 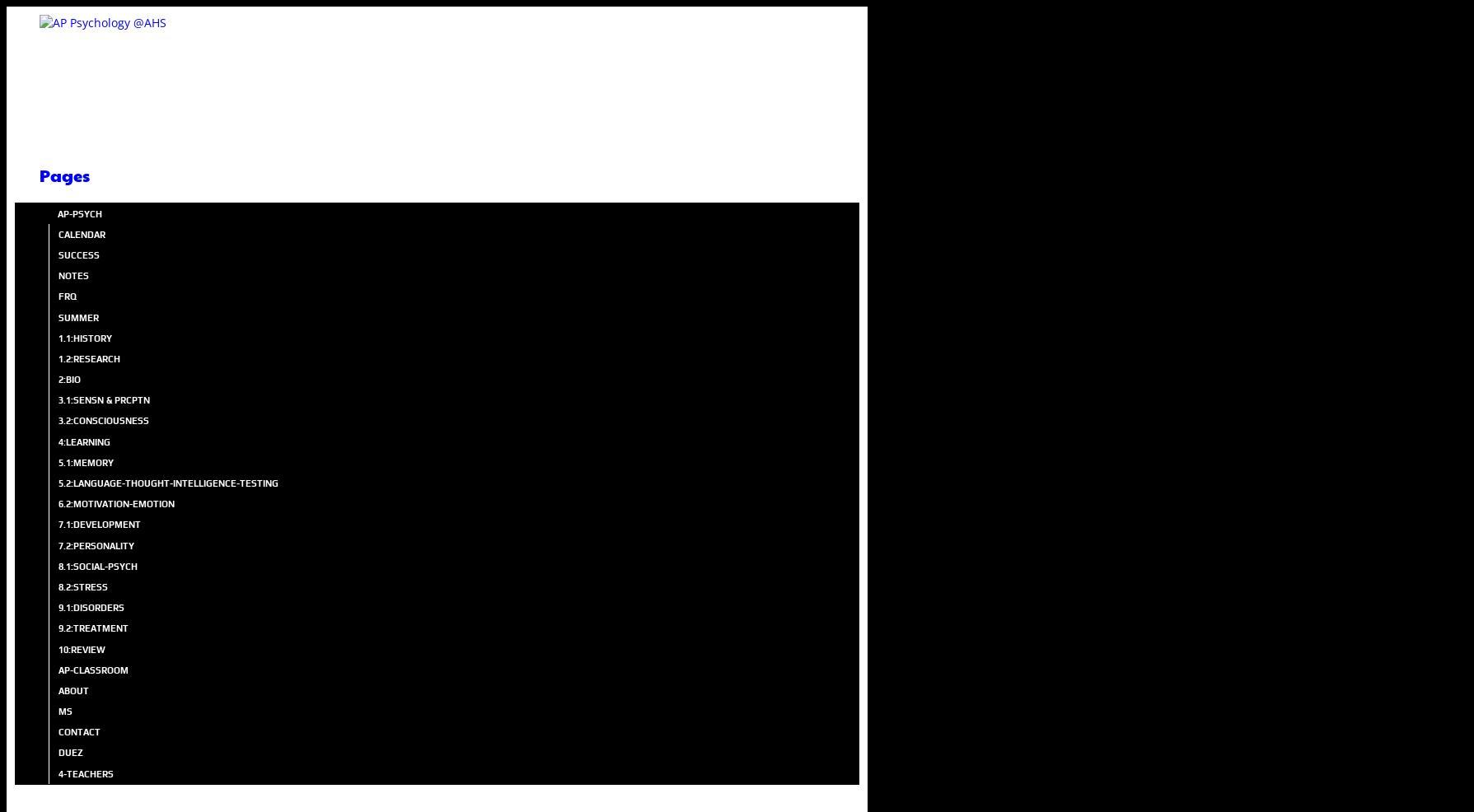 What do you see at coordinates (82, 649) in the screenshot?
I see `'10:REVIEW'` at bounding box center [82, 649].